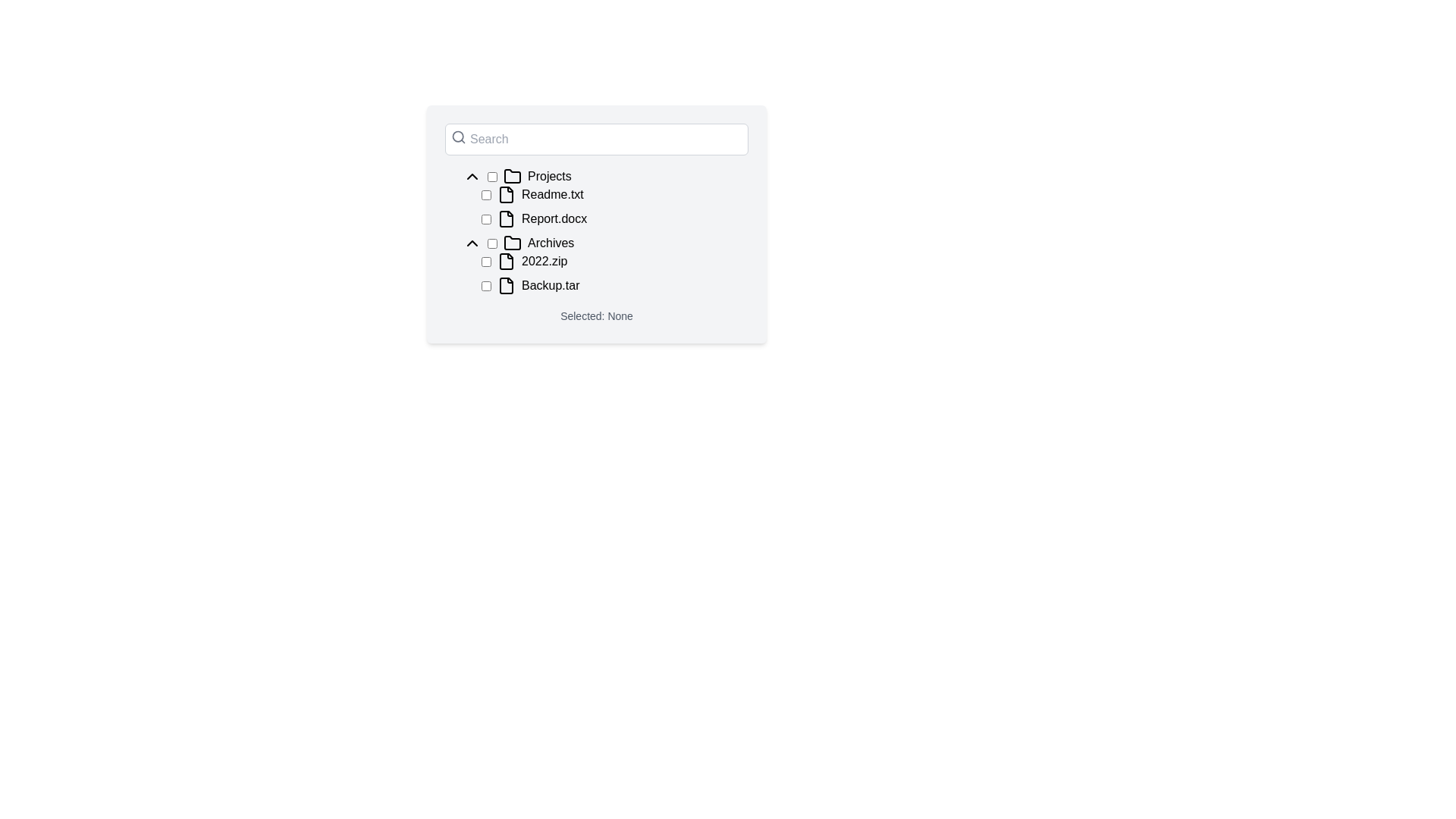  Describe the element at coordinates (506, 219) in the screenshot. I see `the file icon representing 'Report.docx'` at that location.